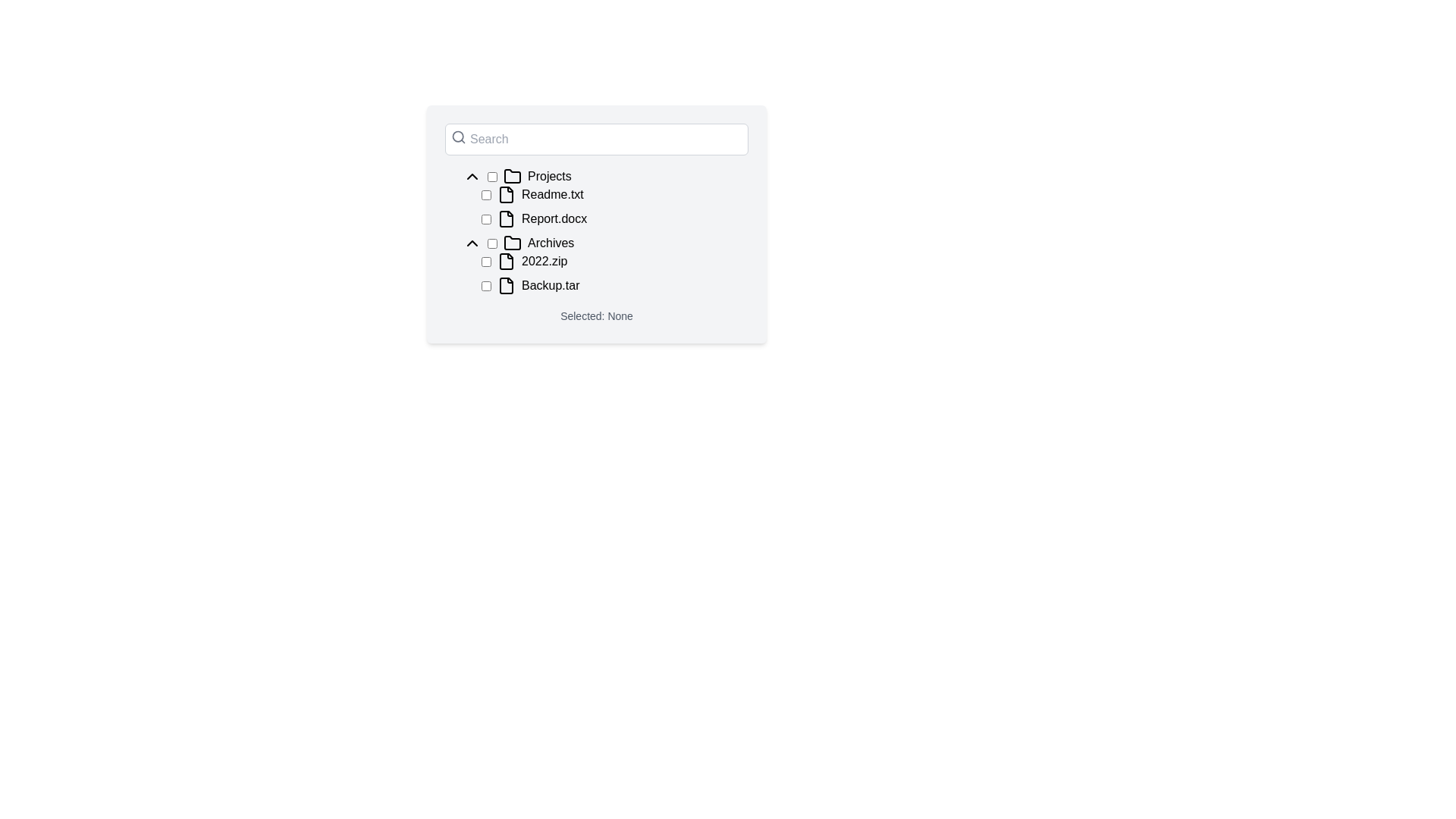  Describe the element at coordinates (506, 219) in the screenshot. I see `the file icon representing 'Report.docx'` at that location.